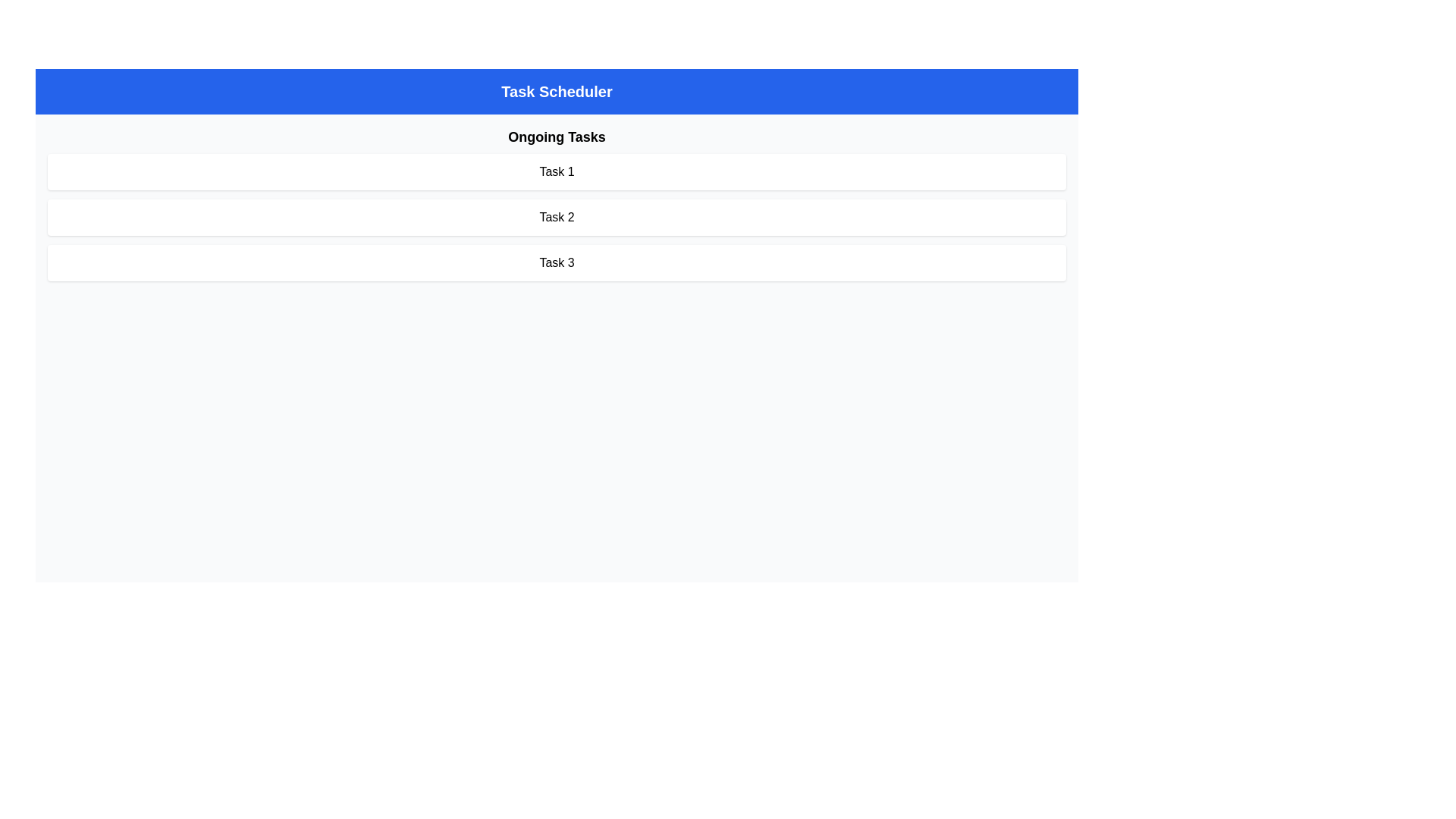 This screenshot has width=1456, height=819. I want to click on the 'Task Scheduler' text label, which is styled in bold white font on a blue background, located near the top of the interface, so click(556, 91).